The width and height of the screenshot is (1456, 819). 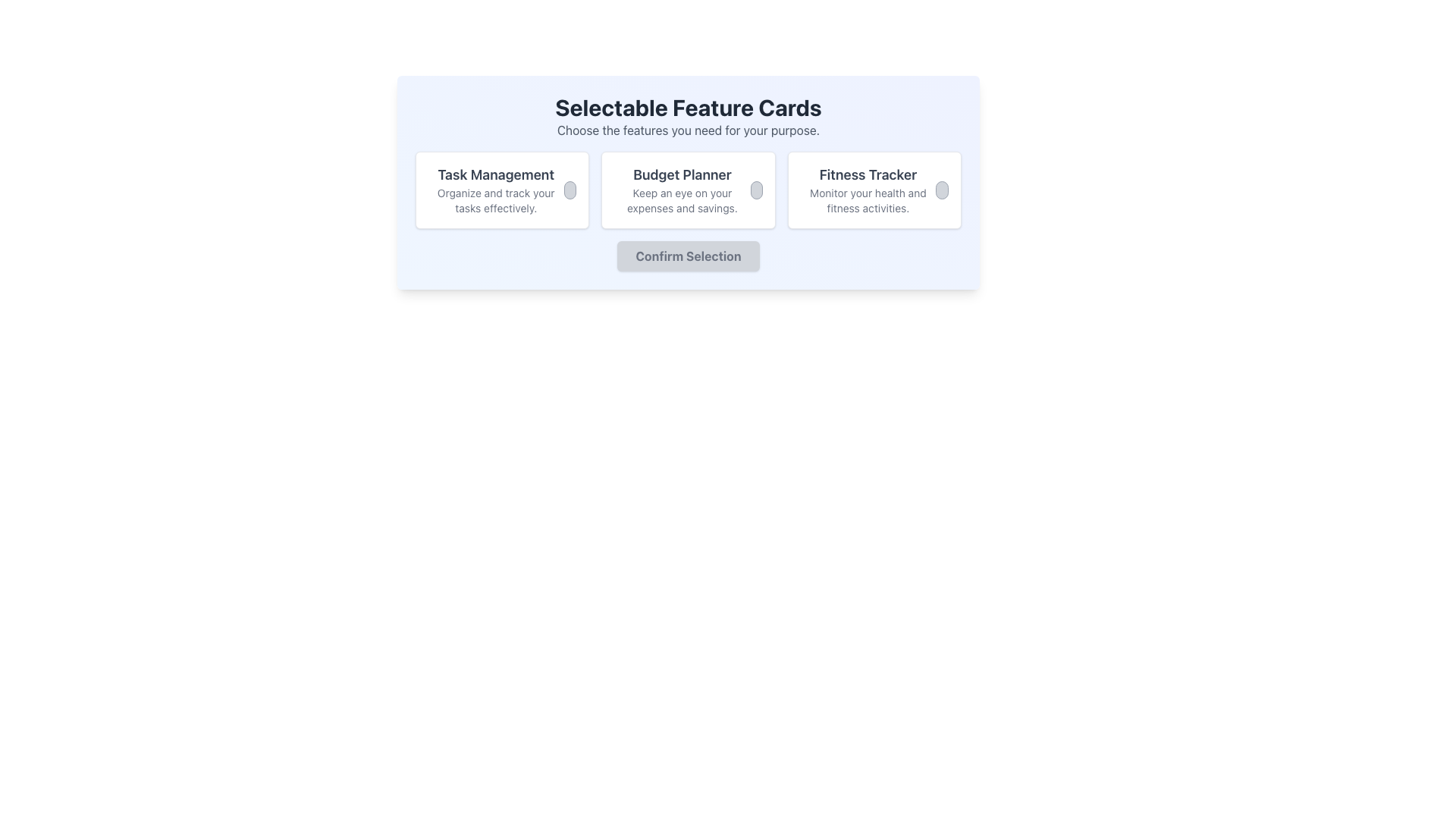 What do you see at coordinates (681, 200) in the screenshot?
I see `the text element stating 'Keep an eye on your expenses and savings.' located centrally in the white card component below the 'Budget Planner' heading` at bounding box center [681, 200].